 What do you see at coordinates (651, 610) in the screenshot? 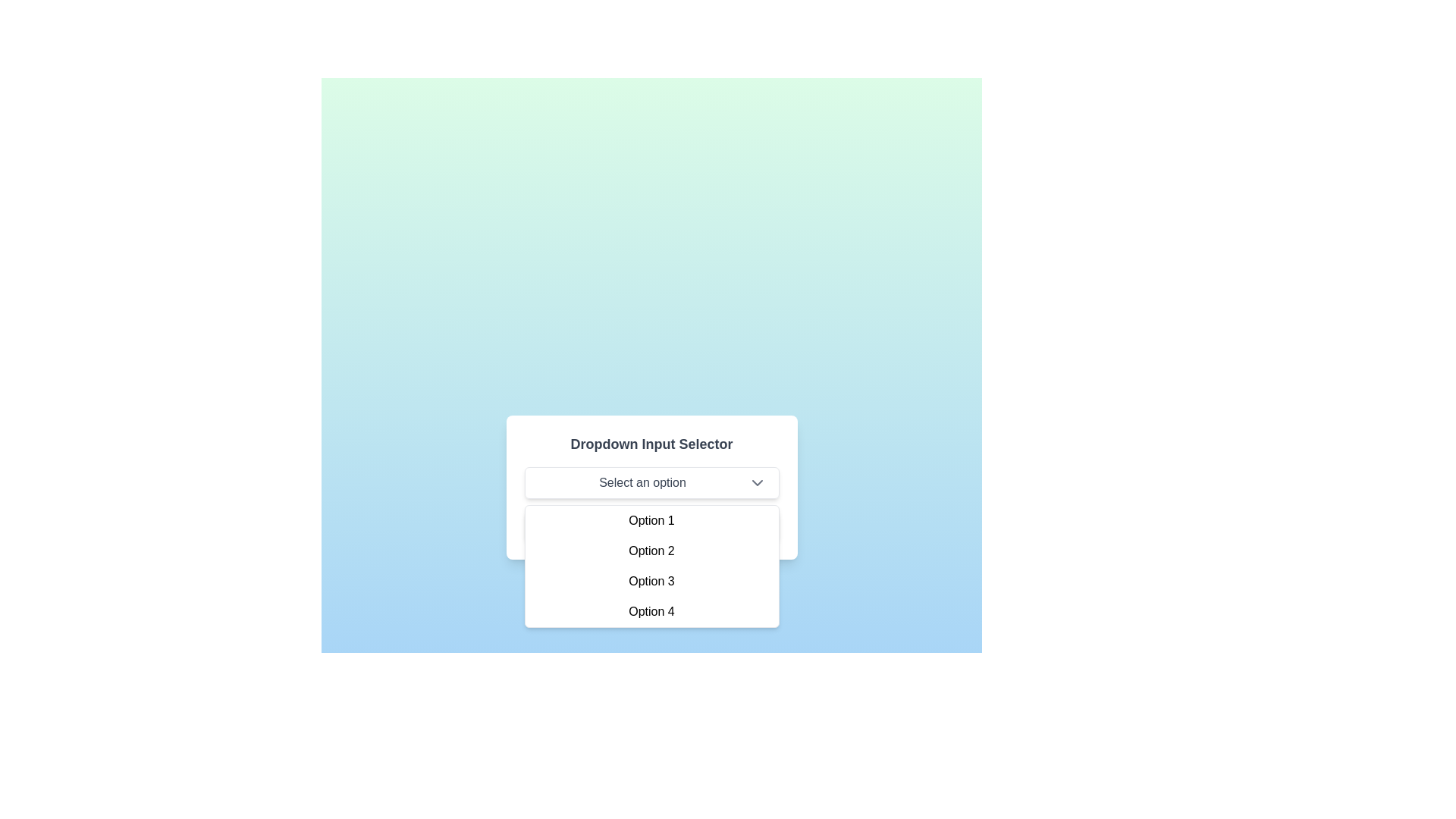
I see `to select the list item labeled 'Option 4' in the dropdown menu` at bounding box center [651, 610].